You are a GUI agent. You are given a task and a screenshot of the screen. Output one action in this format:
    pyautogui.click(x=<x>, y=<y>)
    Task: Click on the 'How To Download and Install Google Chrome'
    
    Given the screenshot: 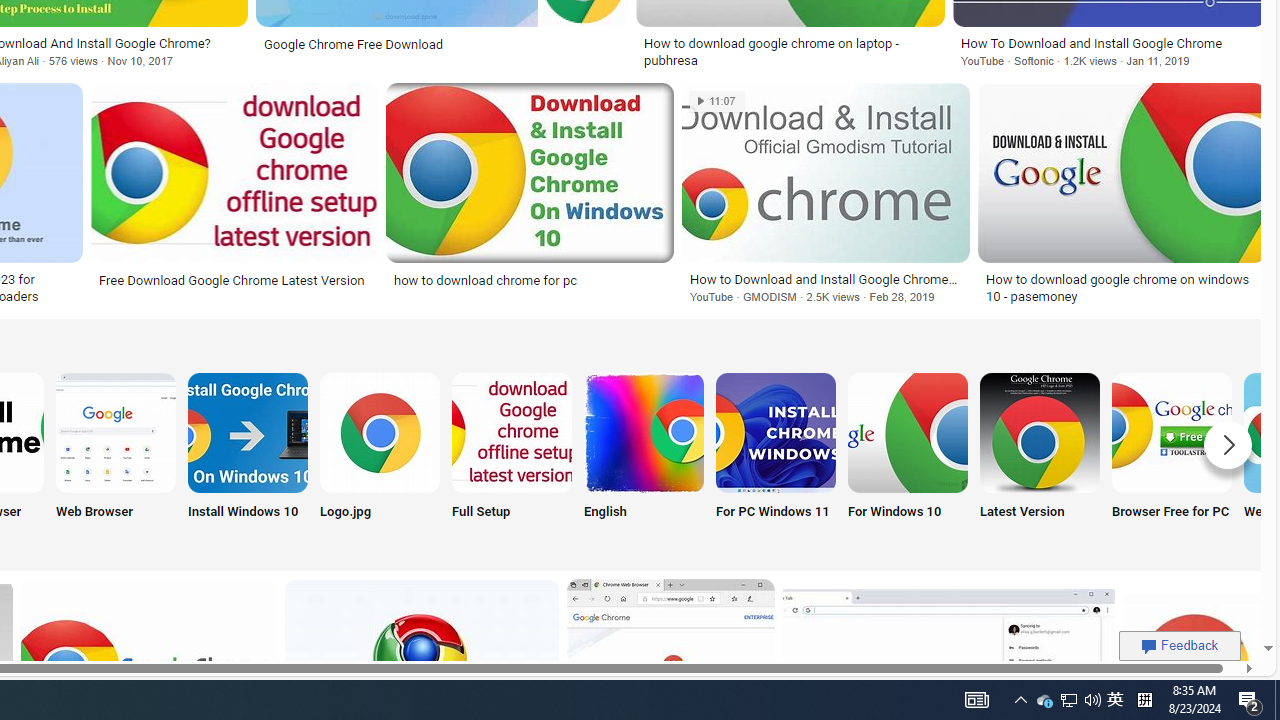 What is the action you would take?
    pyautogui.click(x=1108, y=43)
    